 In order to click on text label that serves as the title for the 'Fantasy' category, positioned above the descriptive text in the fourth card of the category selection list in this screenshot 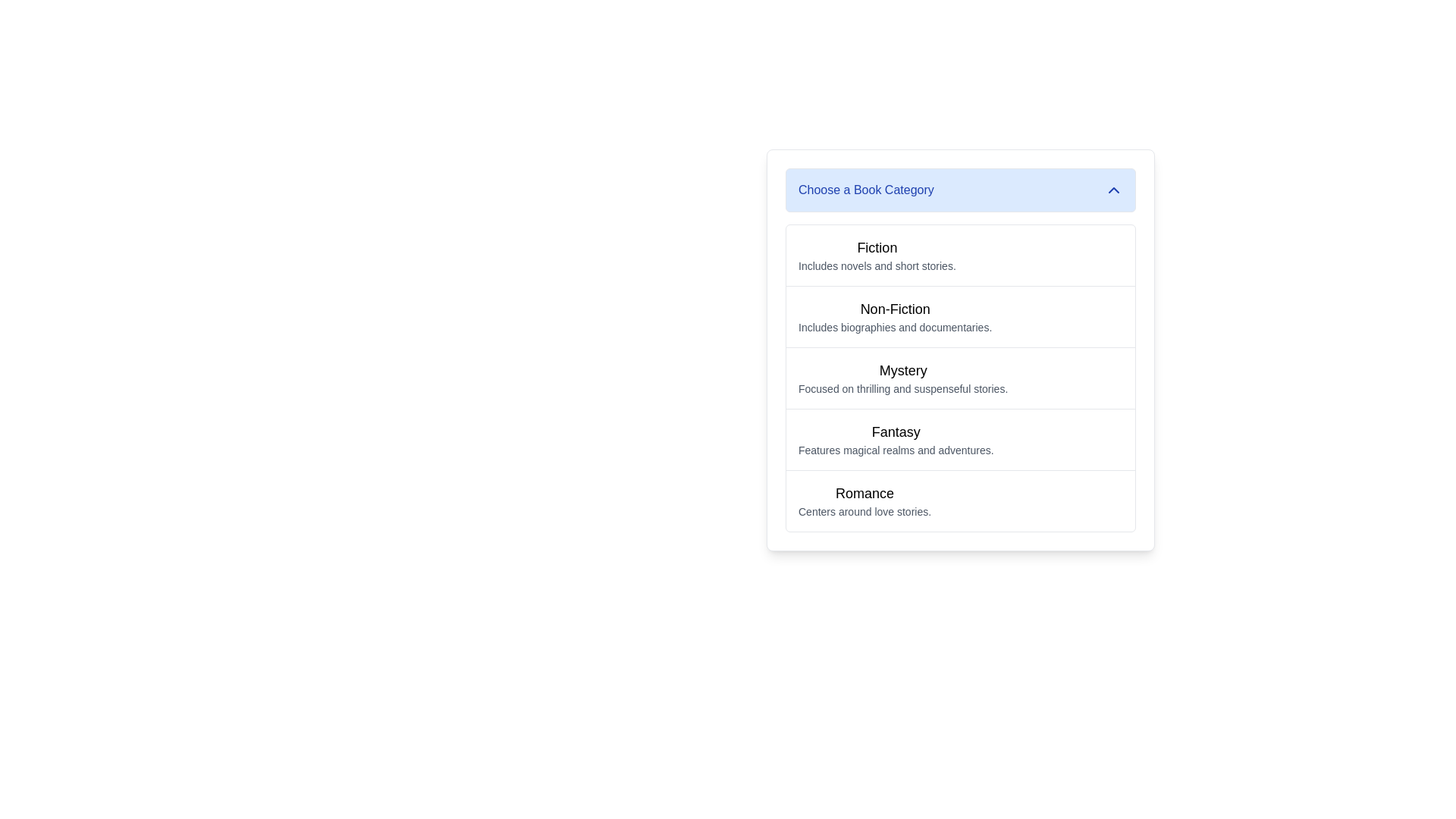, I will do `click(896, 432)`.